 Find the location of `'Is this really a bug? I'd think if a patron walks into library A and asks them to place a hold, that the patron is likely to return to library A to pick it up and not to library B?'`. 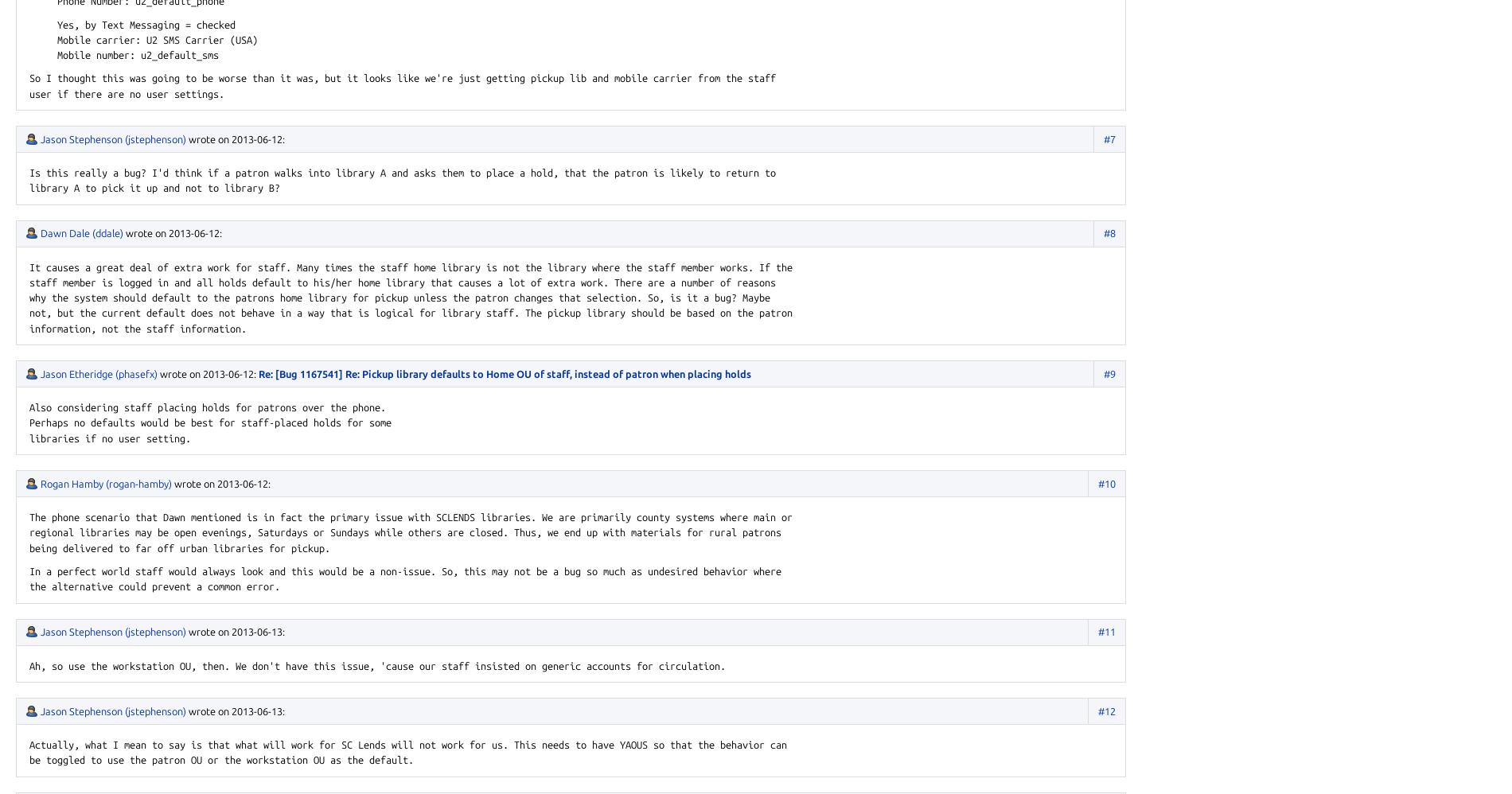

'Is this really a bug? I'd think if a patron walks into library A and asks them to place a hold, that the patron is likely to return to library A to pick it up and not to library B?' is located at coordinates (402, 180).